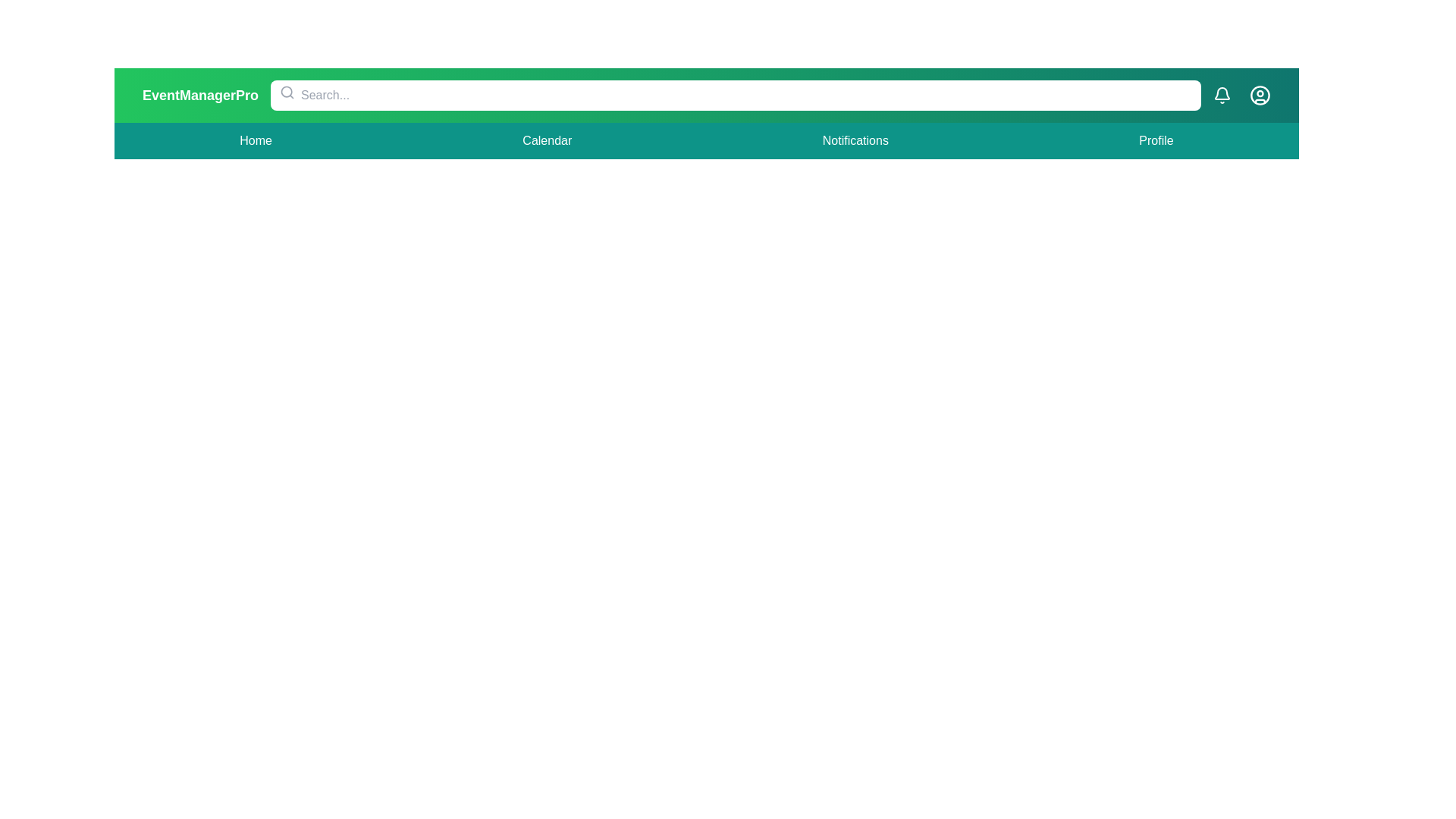 The image size is (1456, 819). What do you see at coordinates (199, 96) in the screenshot?
I see `the 'EventManagerPro' title text` at bounding box center [199, 96].